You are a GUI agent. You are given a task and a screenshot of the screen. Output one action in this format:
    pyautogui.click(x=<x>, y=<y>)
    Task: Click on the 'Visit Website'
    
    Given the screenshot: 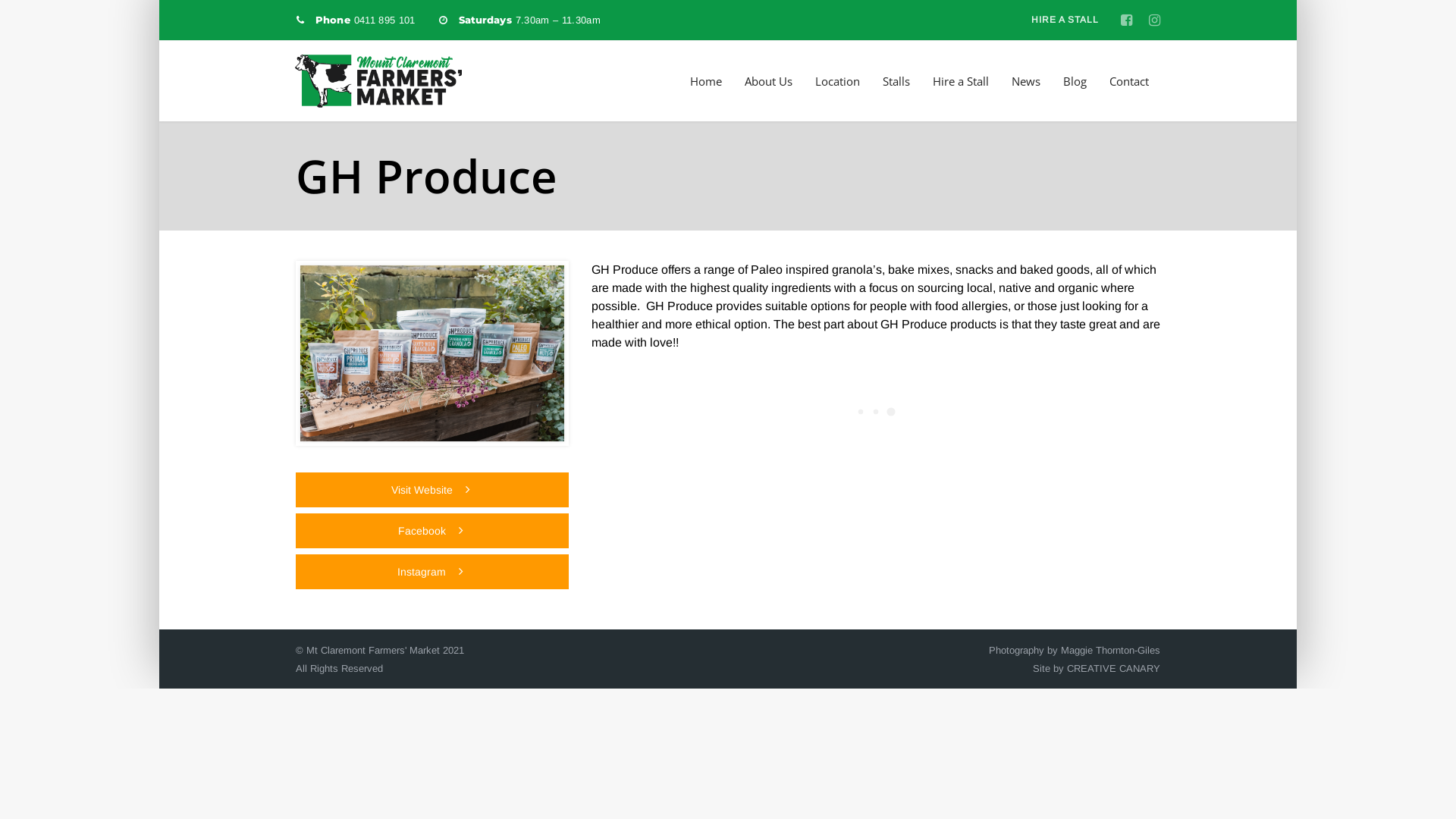 What is the action you would take?
    pyautogui.click(x=295, y=489)
    